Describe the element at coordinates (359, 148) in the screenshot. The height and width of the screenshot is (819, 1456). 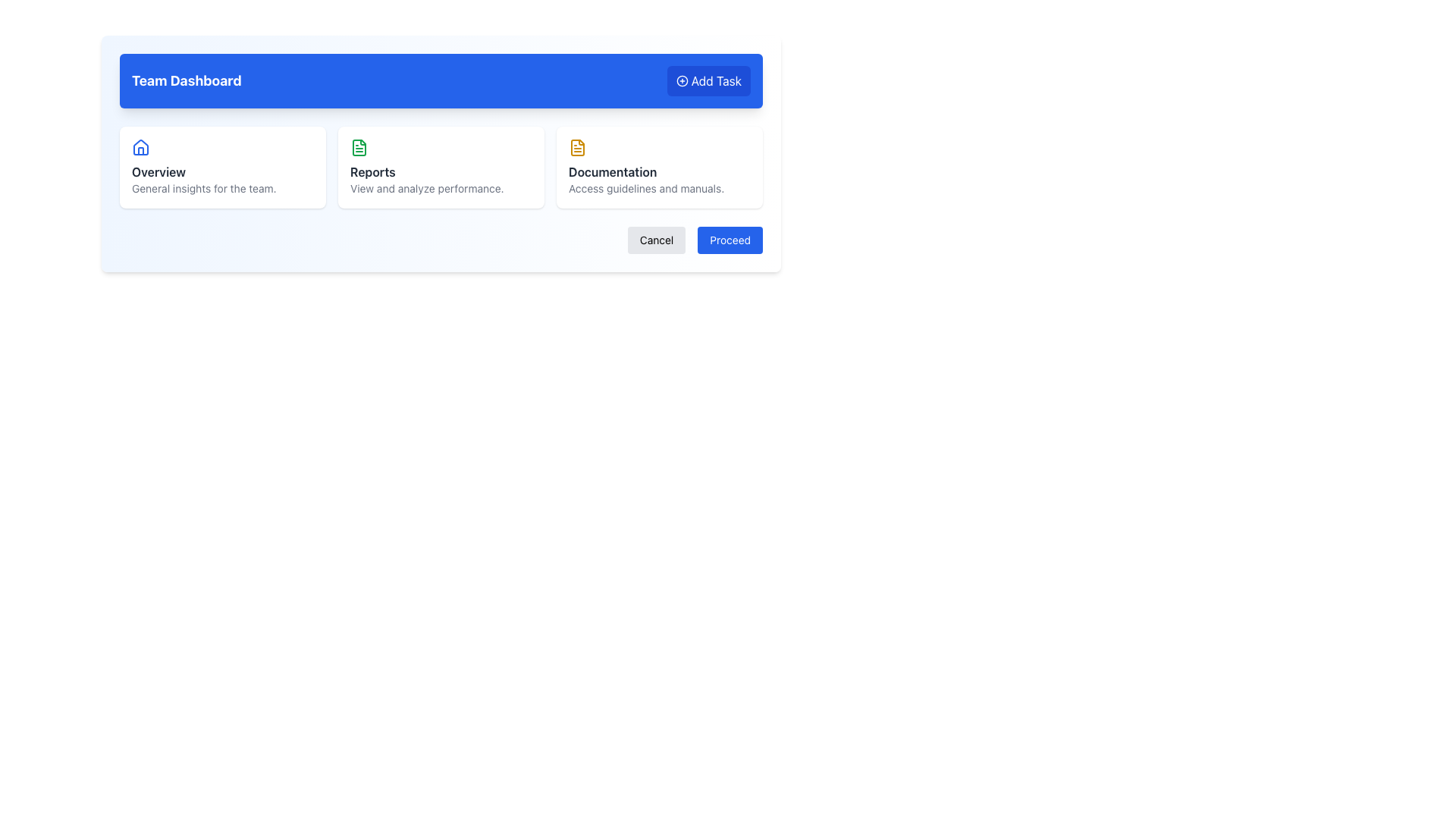
I see `the green rectangular document icon located within the 'Reports' card on the dashboard, which is the second icon from the left` at that location.